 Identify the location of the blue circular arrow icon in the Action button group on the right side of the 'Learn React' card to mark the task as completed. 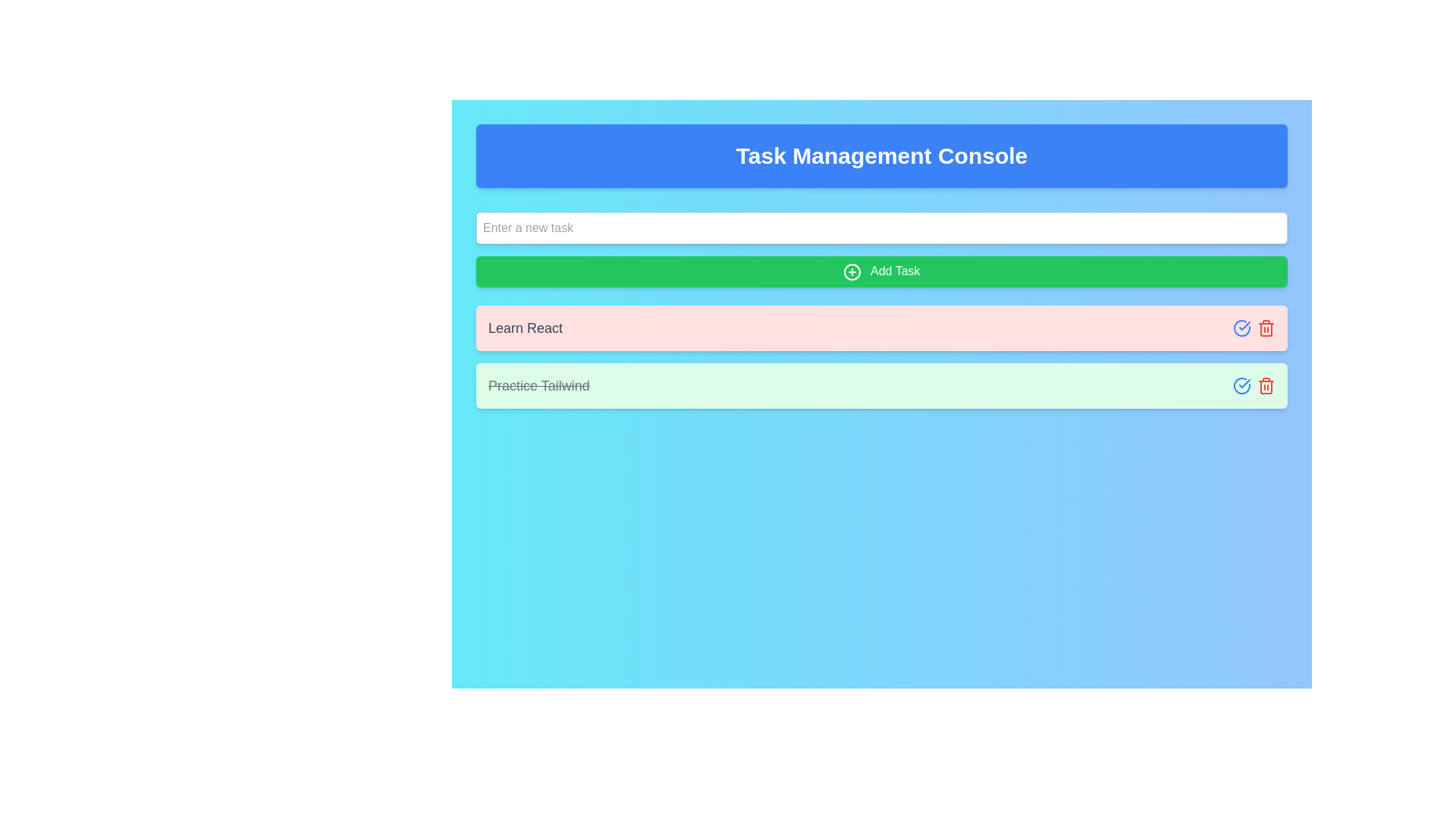
(1254, 327).